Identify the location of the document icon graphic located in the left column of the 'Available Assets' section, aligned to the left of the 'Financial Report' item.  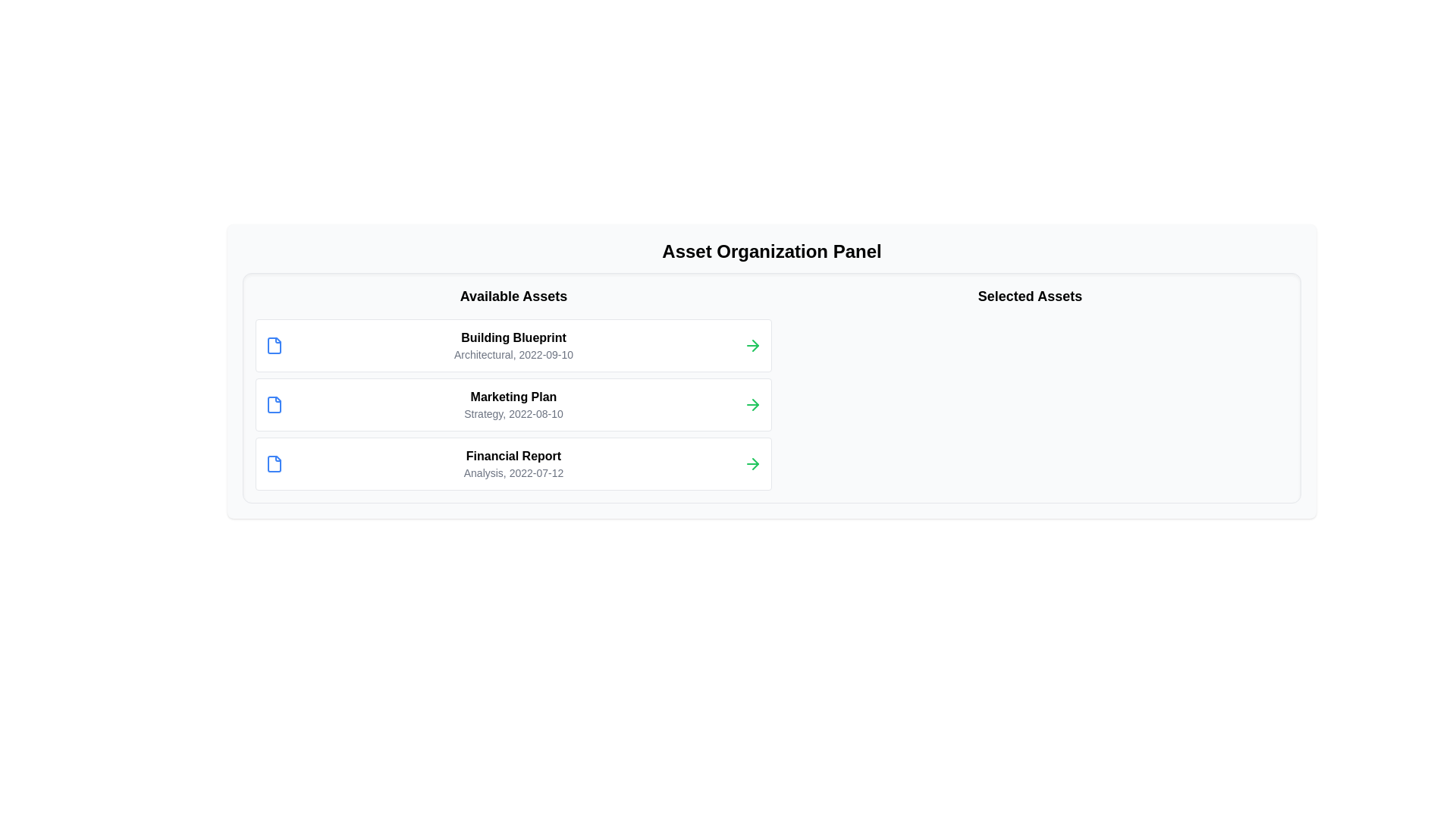
(274, 463).